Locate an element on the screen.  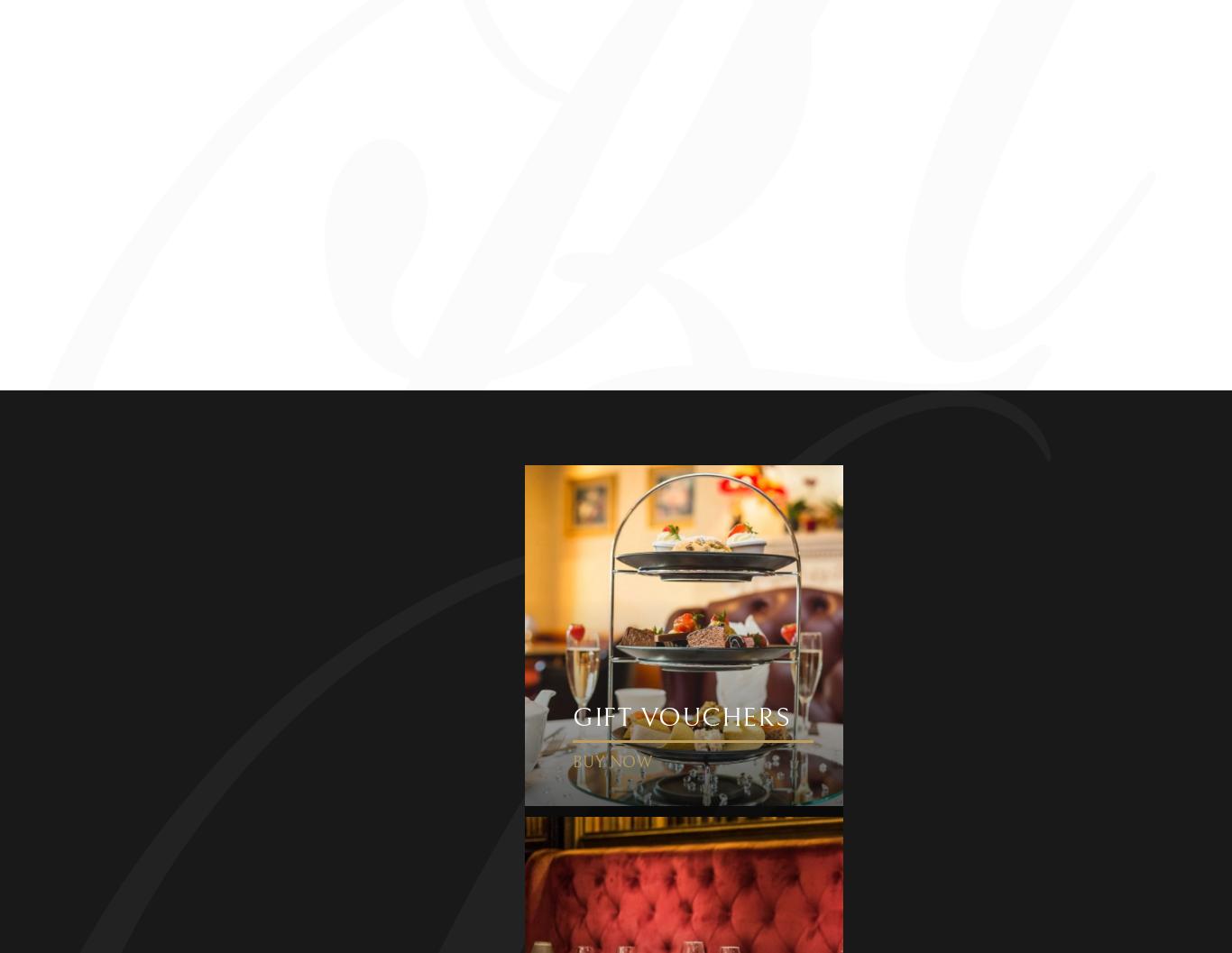
'Bars' is located at coordinates (255, 822).